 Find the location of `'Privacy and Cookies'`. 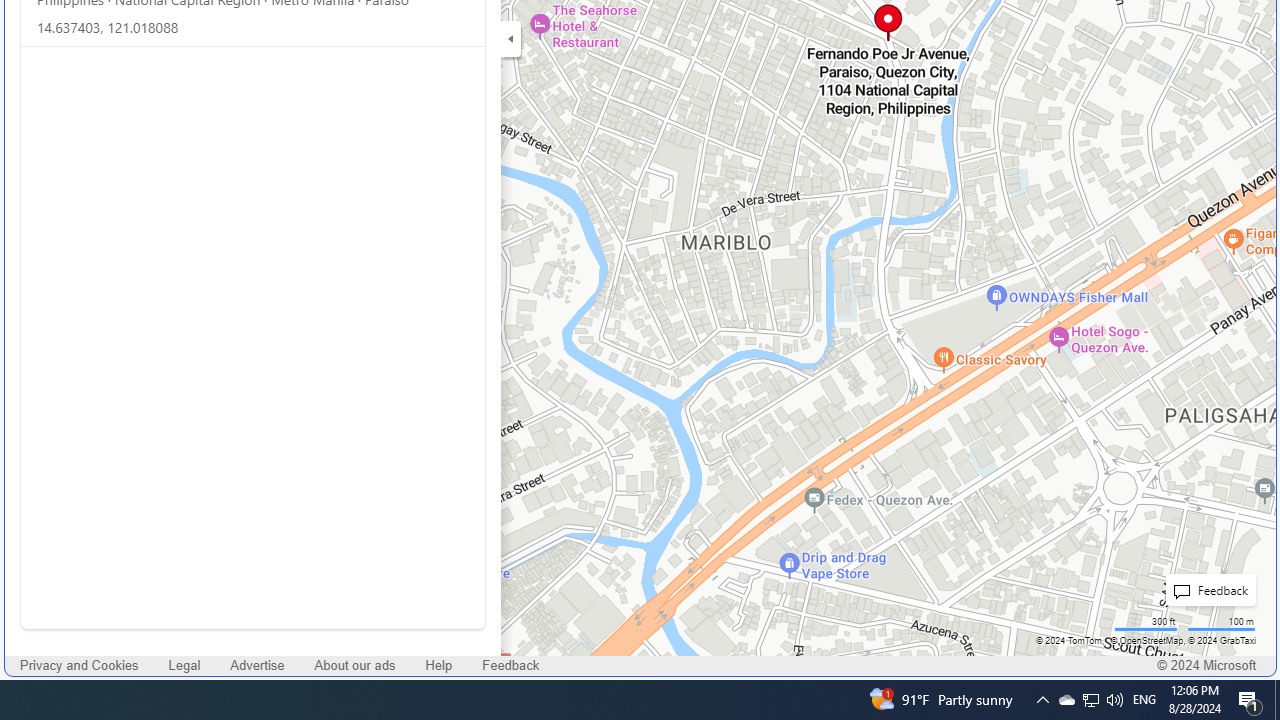

'Privacy and Cookies' is located at coordinates (80, 665).